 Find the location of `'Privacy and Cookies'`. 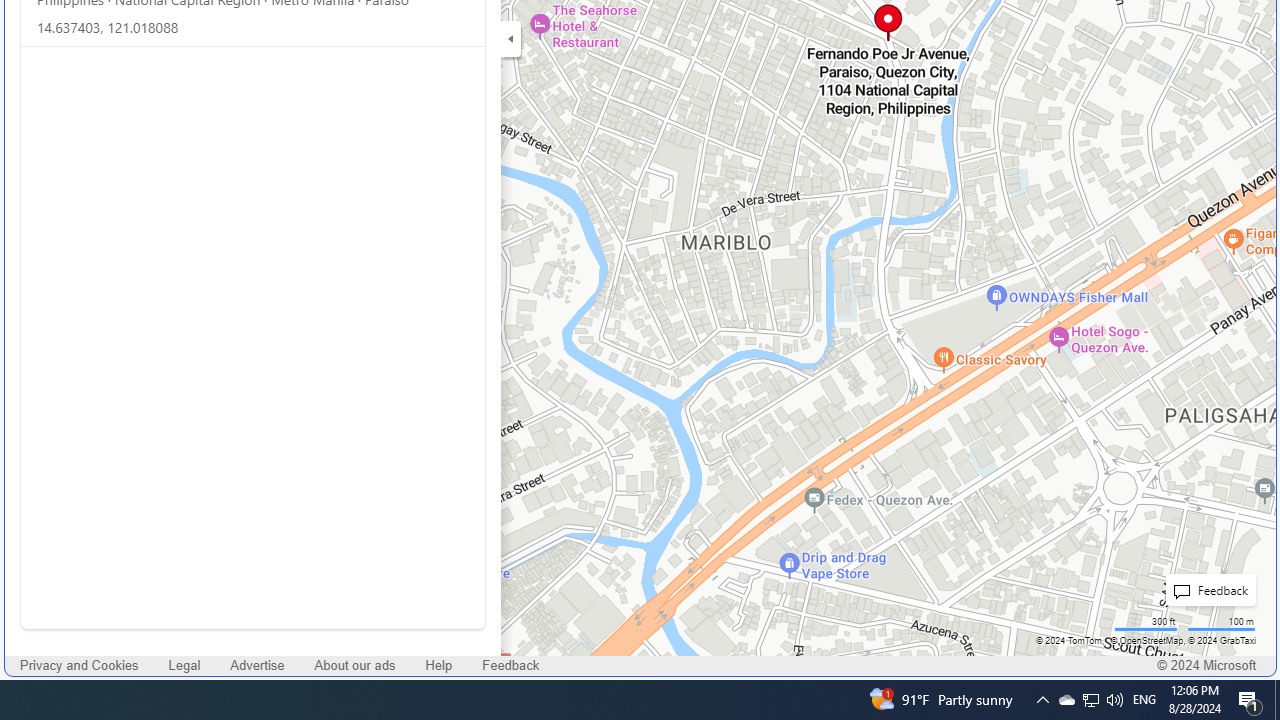

'Privacy and Cookies' is located at coordinates (80, 665).